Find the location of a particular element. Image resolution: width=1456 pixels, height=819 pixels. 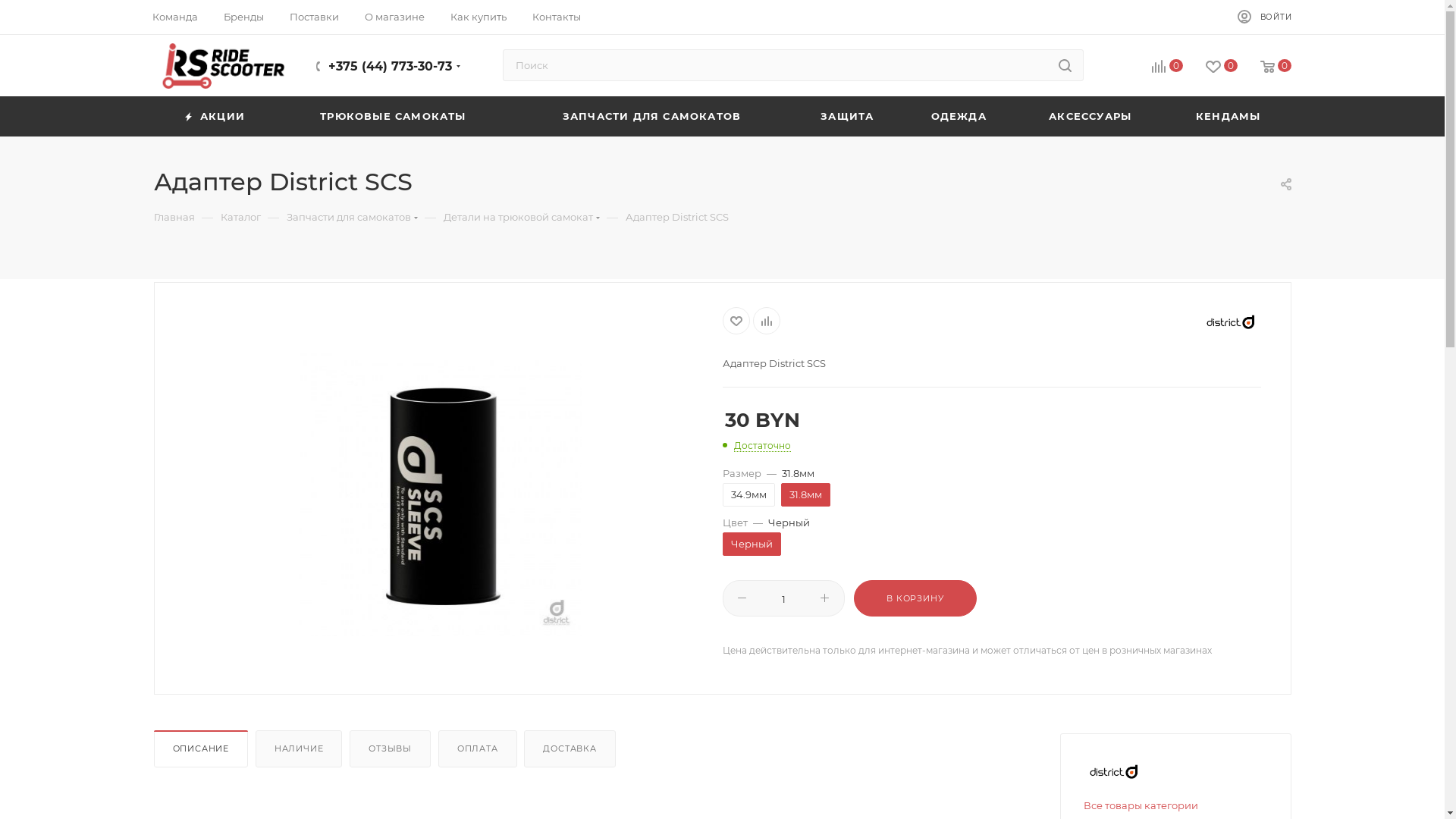

'+375 (44) 773-30-73' is located at coordinates (327, 65).